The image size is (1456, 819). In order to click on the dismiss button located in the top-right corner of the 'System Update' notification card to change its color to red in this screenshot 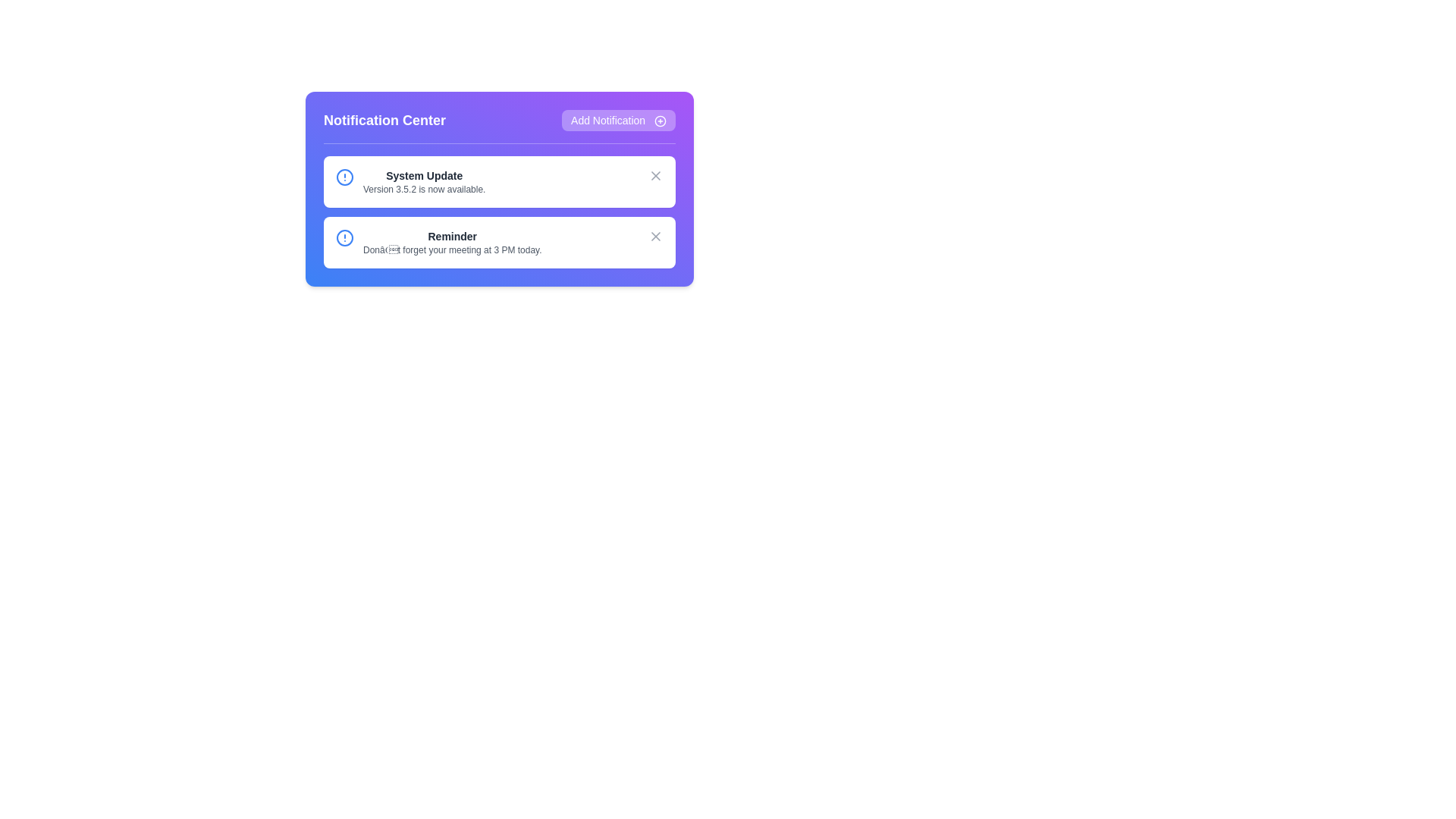, I will do `click(655, 174)`.